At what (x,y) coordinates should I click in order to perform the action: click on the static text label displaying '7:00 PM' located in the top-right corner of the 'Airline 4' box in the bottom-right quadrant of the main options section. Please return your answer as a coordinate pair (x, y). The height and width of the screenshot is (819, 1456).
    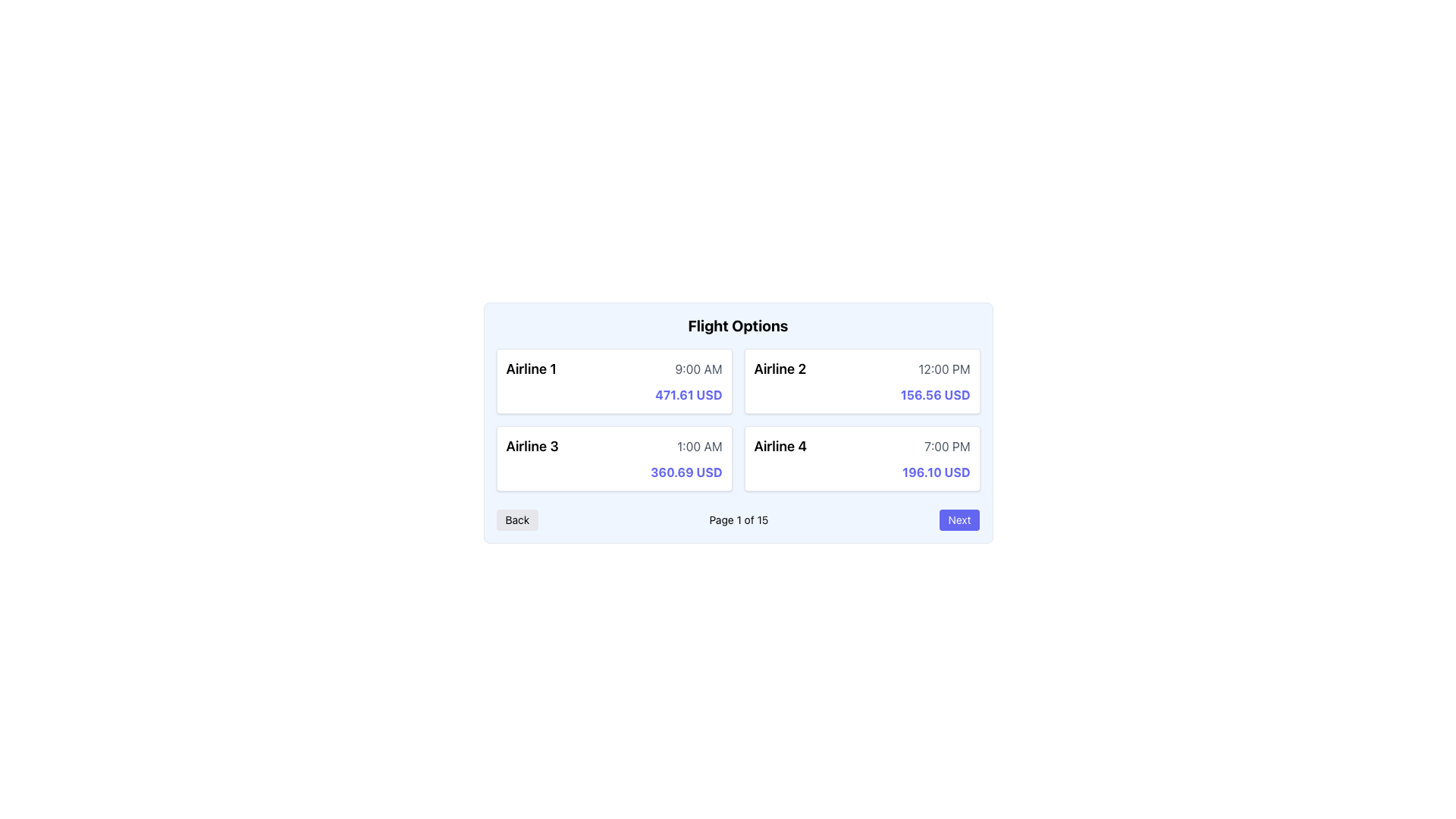
    Looking at the image, I should click on (946, 446).